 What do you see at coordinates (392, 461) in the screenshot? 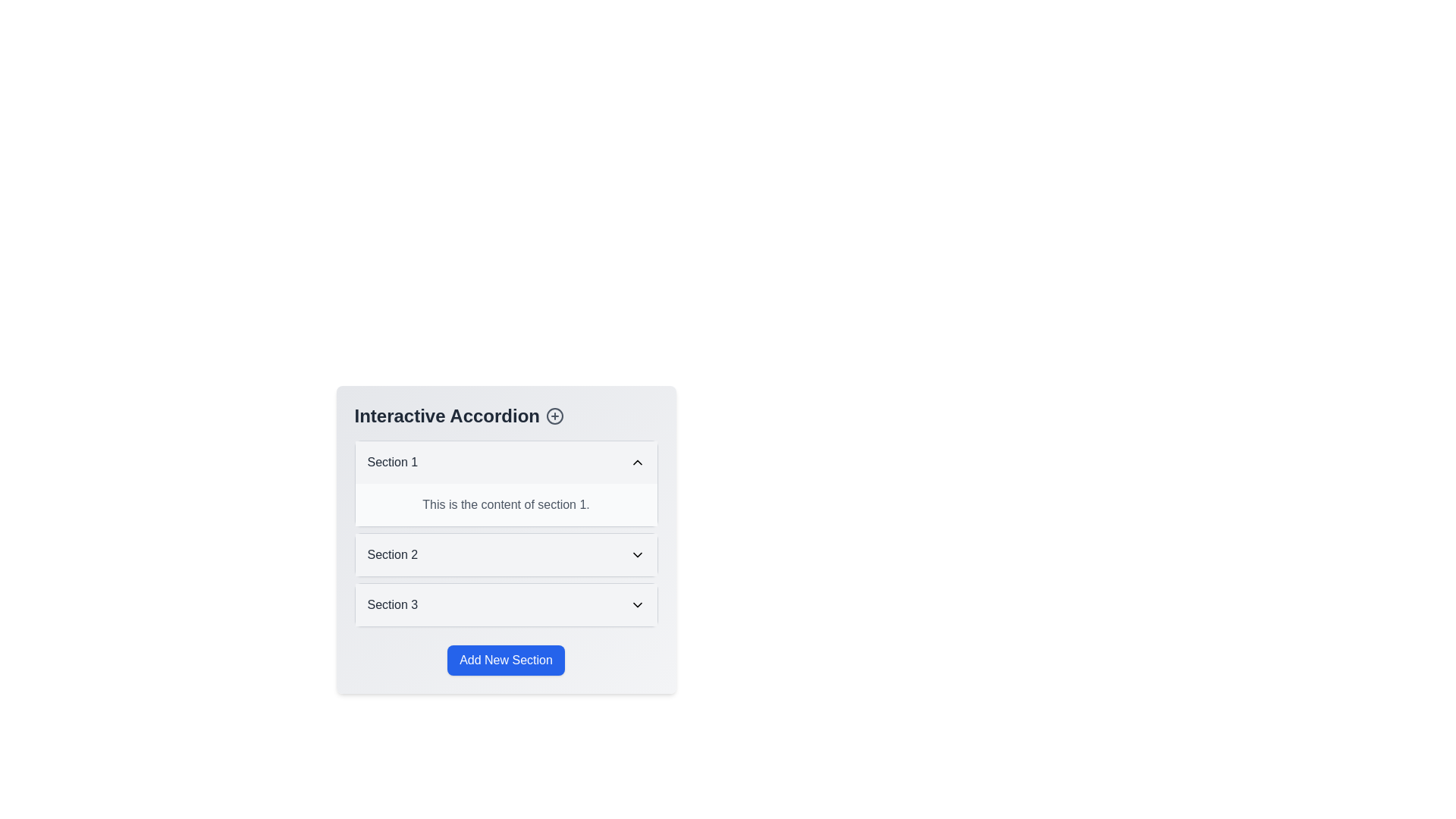
I see `text from the Text Label that serves as a title or description for the first section of the accordion, positioned at the top-left corner and left-aligned with the adjacent chevron icon` at bounding box center [392, 461].